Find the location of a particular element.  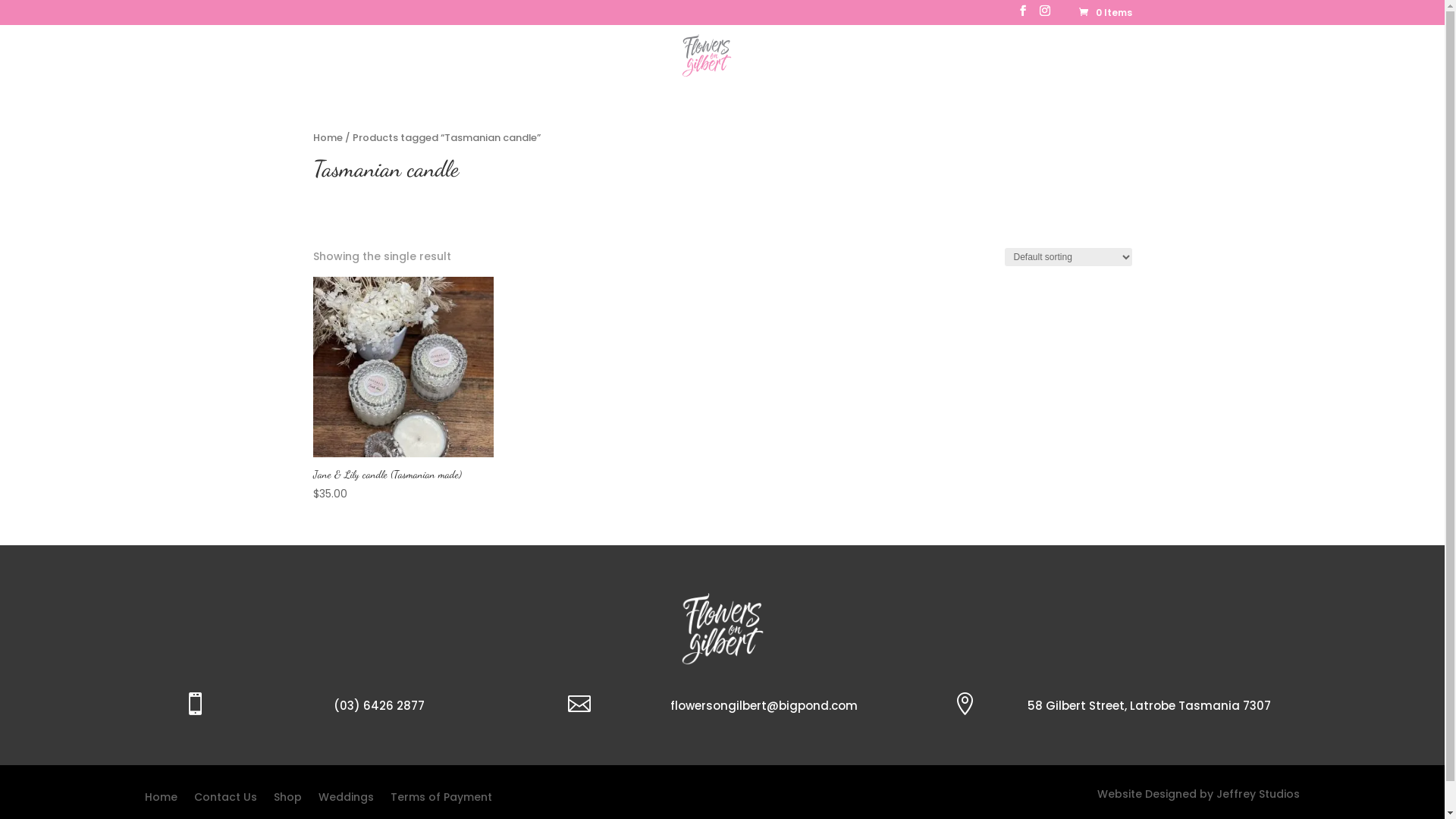

'flowersongilbert@bigpond.com' is located at coordinates (764, 705).